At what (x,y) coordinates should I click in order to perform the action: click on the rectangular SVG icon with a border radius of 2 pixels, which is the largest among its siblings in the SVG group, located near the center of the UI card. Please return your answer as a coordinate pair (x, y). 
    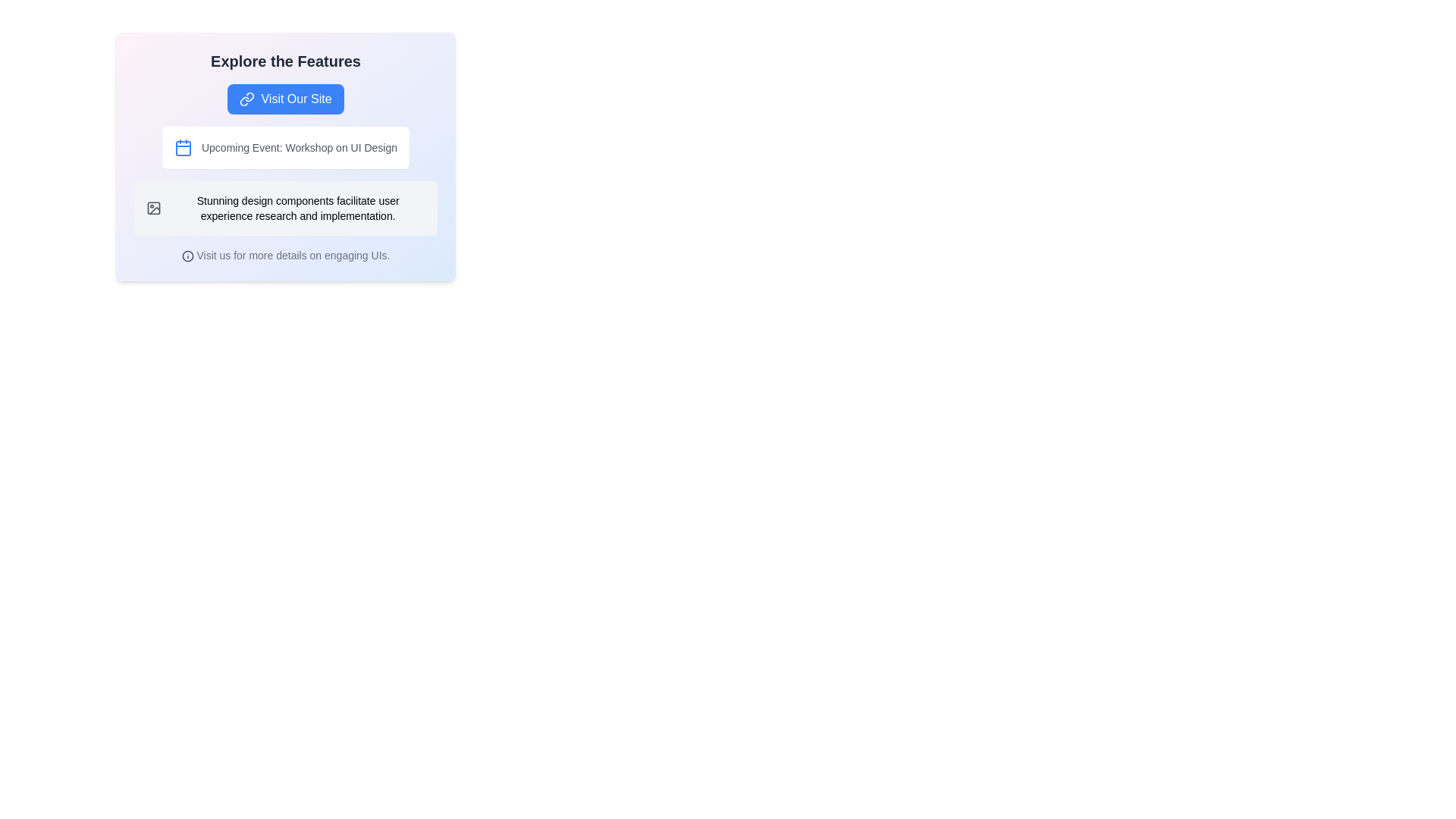
    Looking at the image, I should click on (154, 208).